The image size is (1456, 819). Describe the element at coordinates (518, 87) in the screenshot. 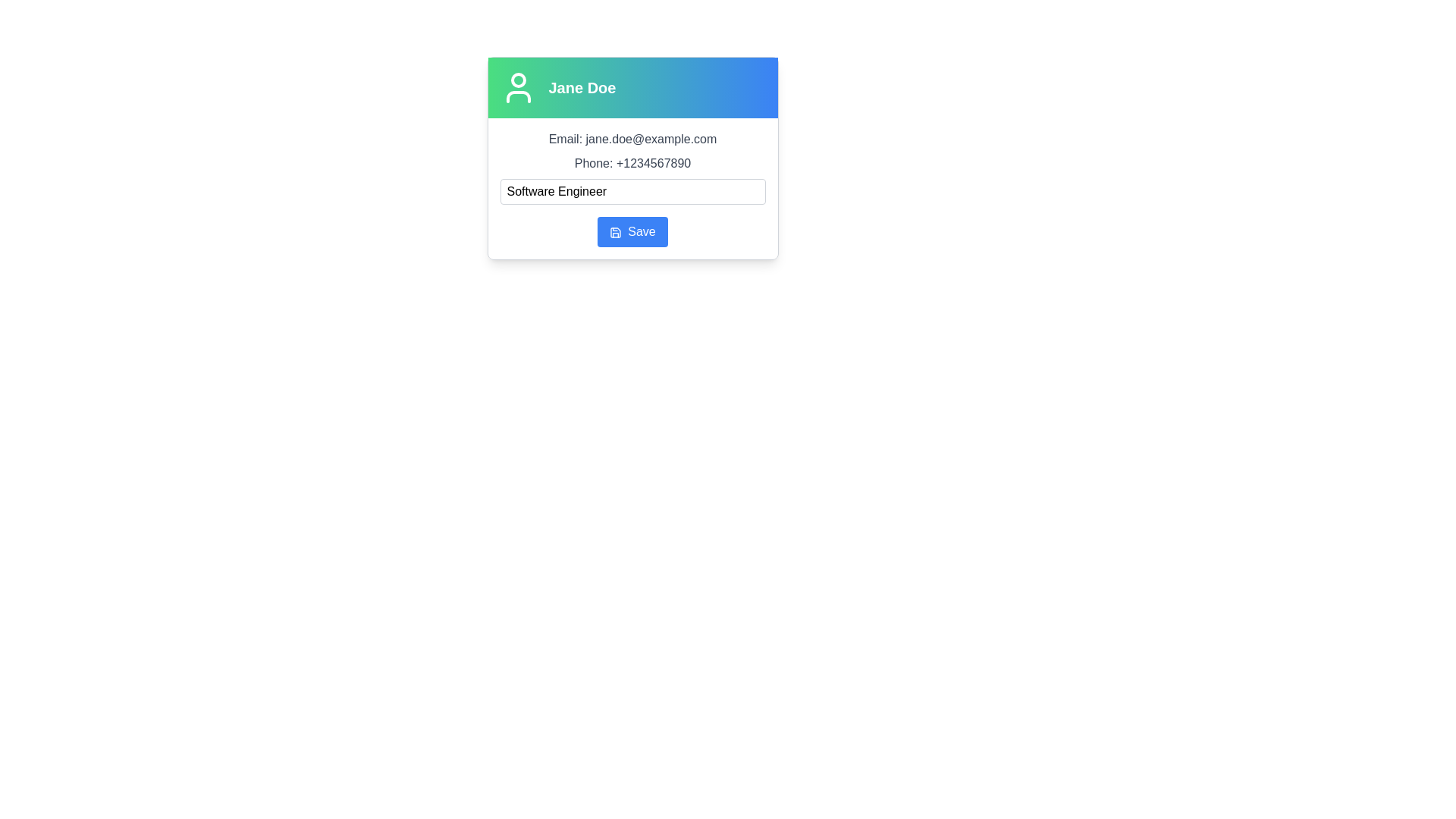

I see `the user silhouette icon, which is a minimalistic white icon on a gradient green to blue background, located to the left of the text 'Jane Doe' in the user panel` at that location.